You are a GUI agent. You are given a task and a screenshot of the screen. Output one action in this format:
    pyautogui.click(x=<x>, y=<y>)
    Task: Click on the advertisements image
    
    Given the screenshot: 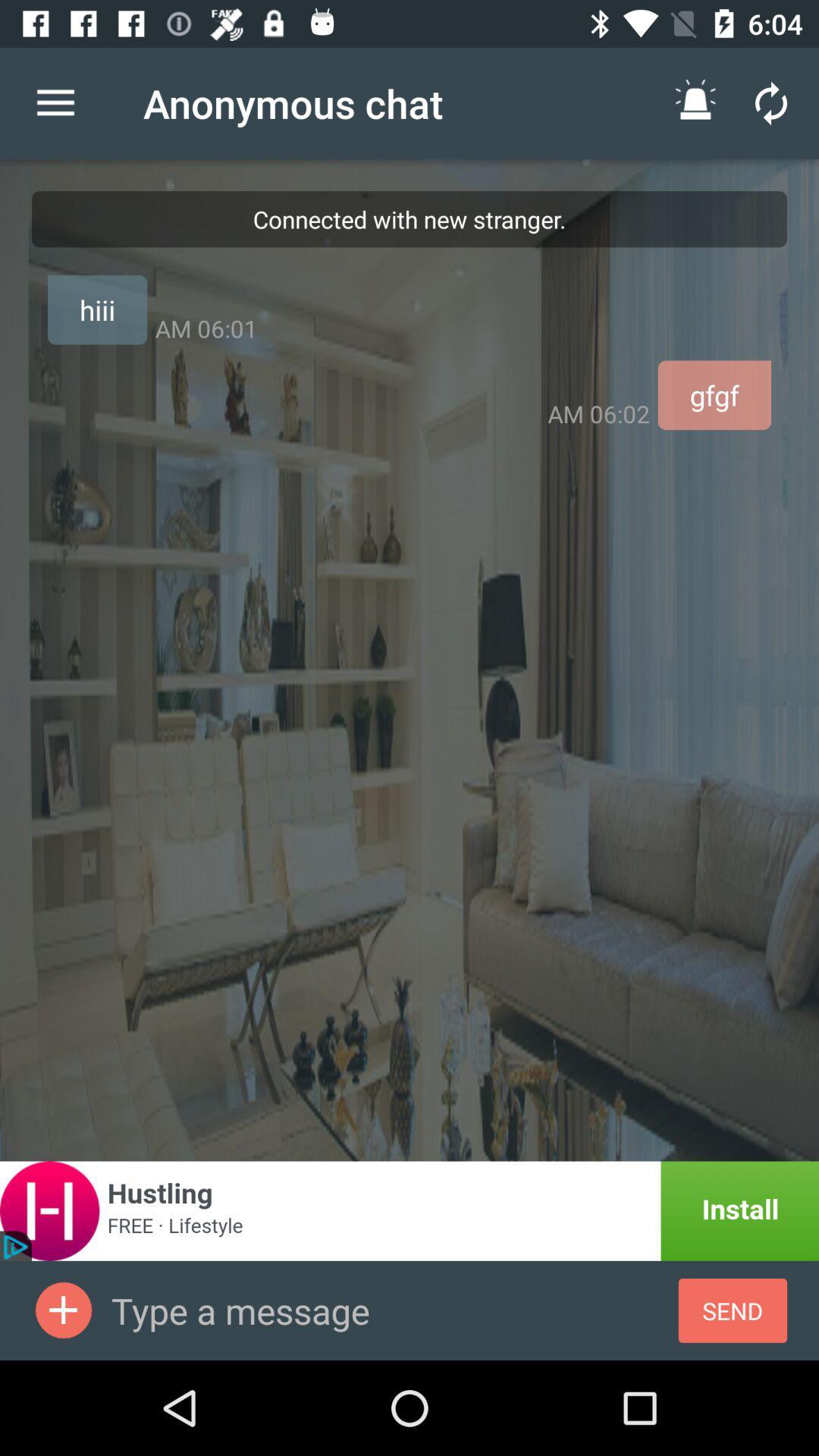 What is the action you would take?
    pyautogui.click(x=63, y=1310)
    